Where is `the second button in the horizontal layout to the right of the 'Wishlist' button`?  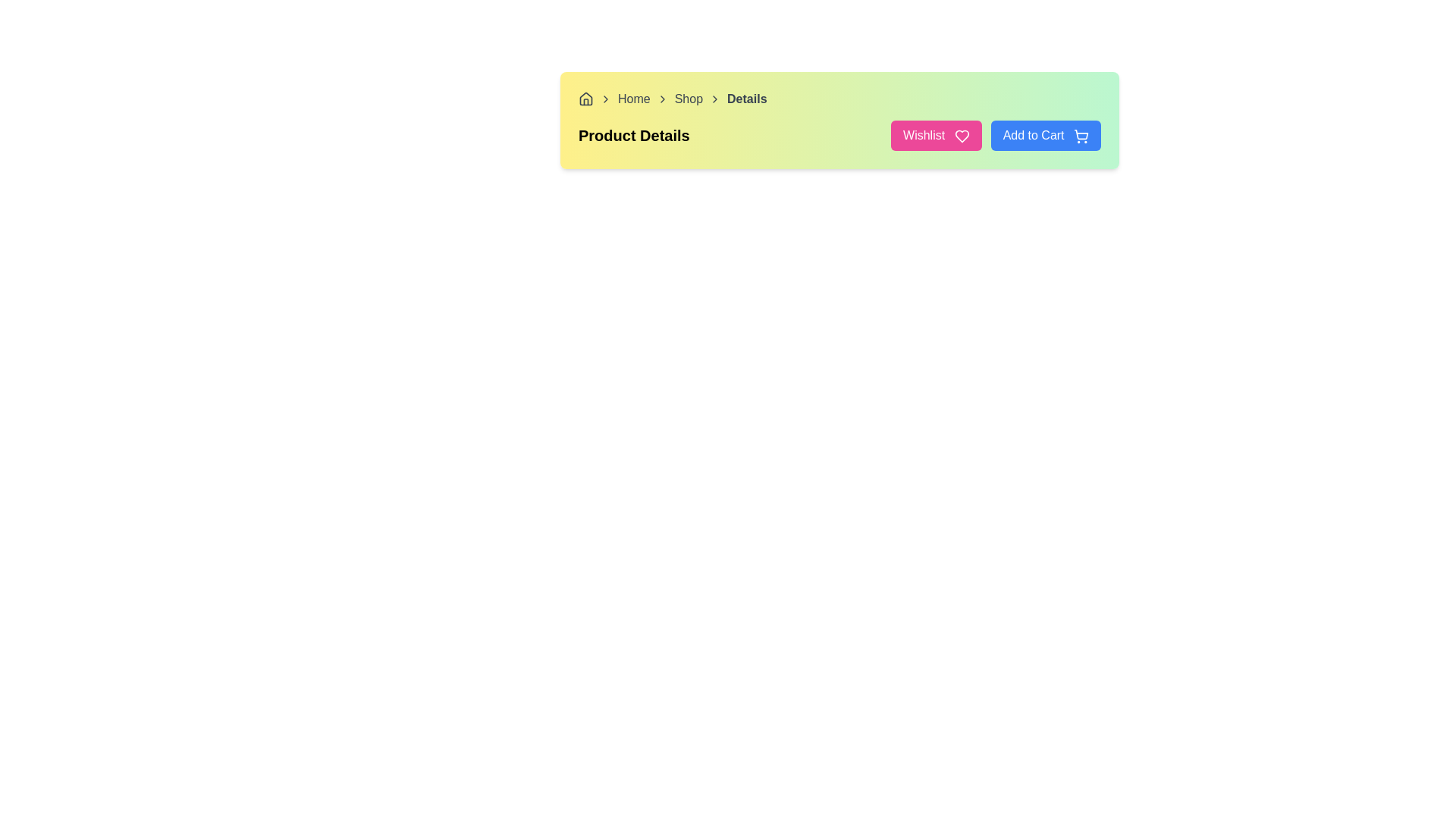 the second button in the horizontal layout to the right of the 'Wishlist' button is located at coordinates (1045, 134).